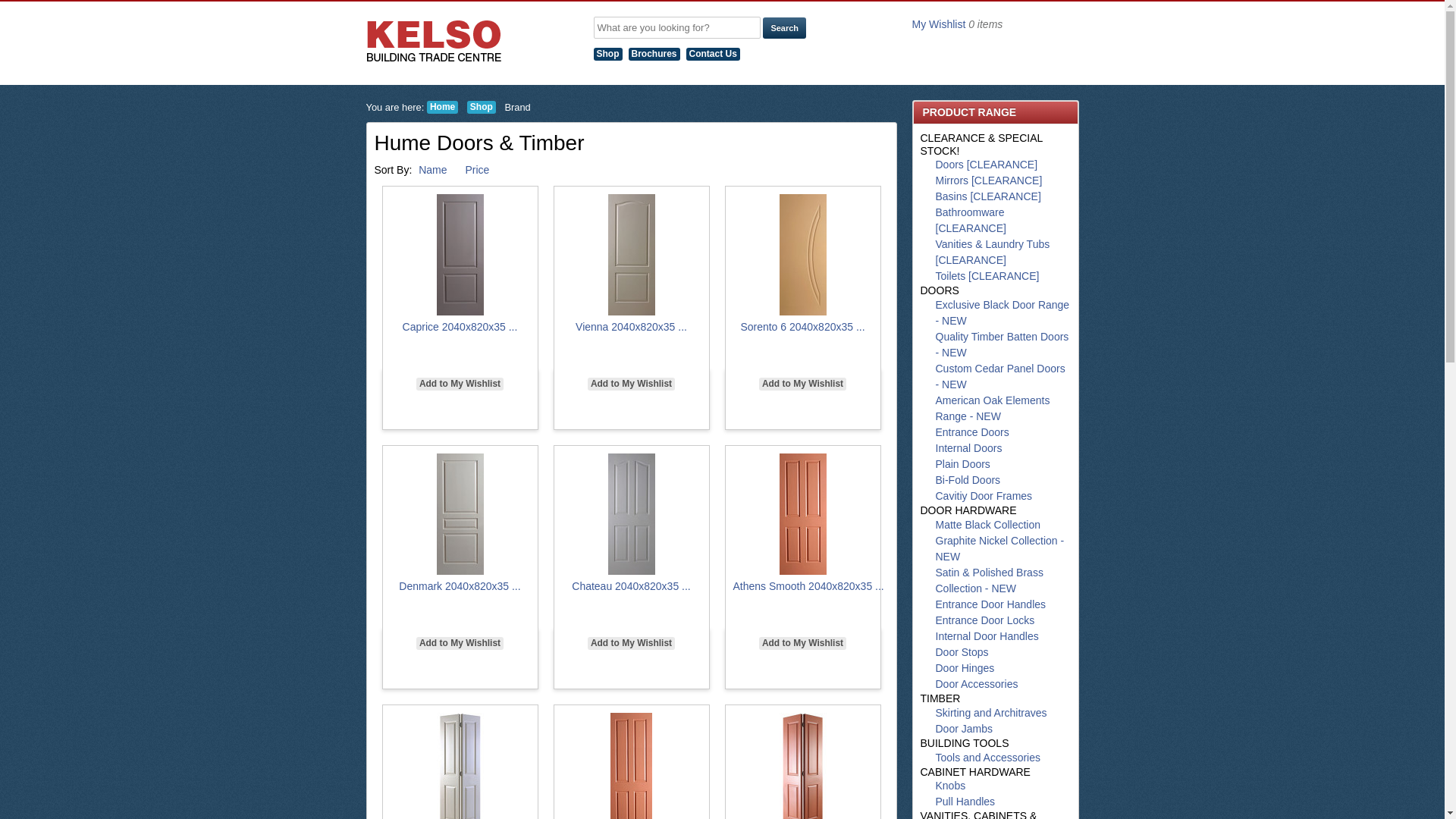 The width and height of the screenshot is (1456, 819). I want to click on 'American Oak Elements Range - NEW', so click(993, 407).